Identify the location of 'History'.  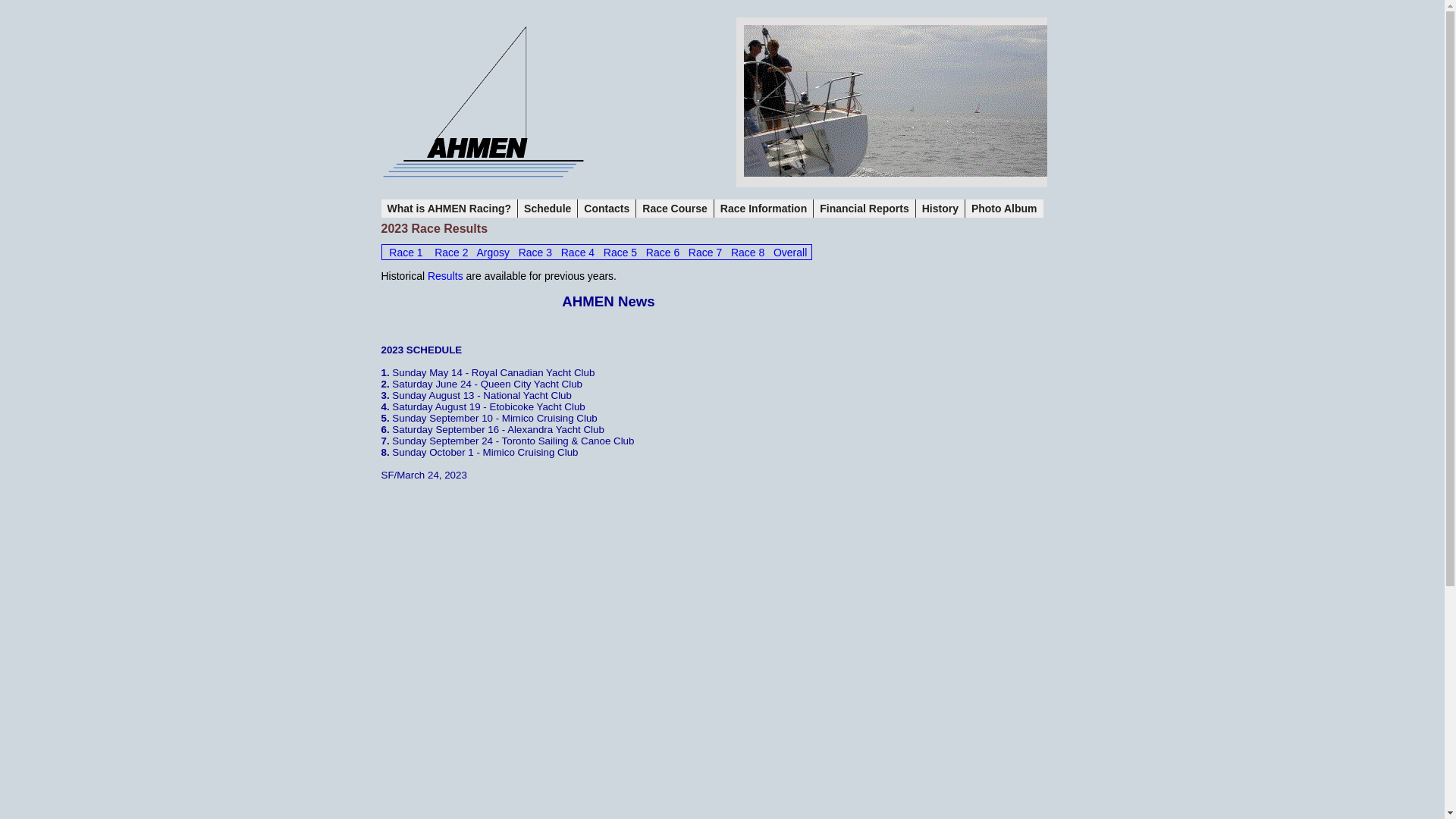
(915, 208).